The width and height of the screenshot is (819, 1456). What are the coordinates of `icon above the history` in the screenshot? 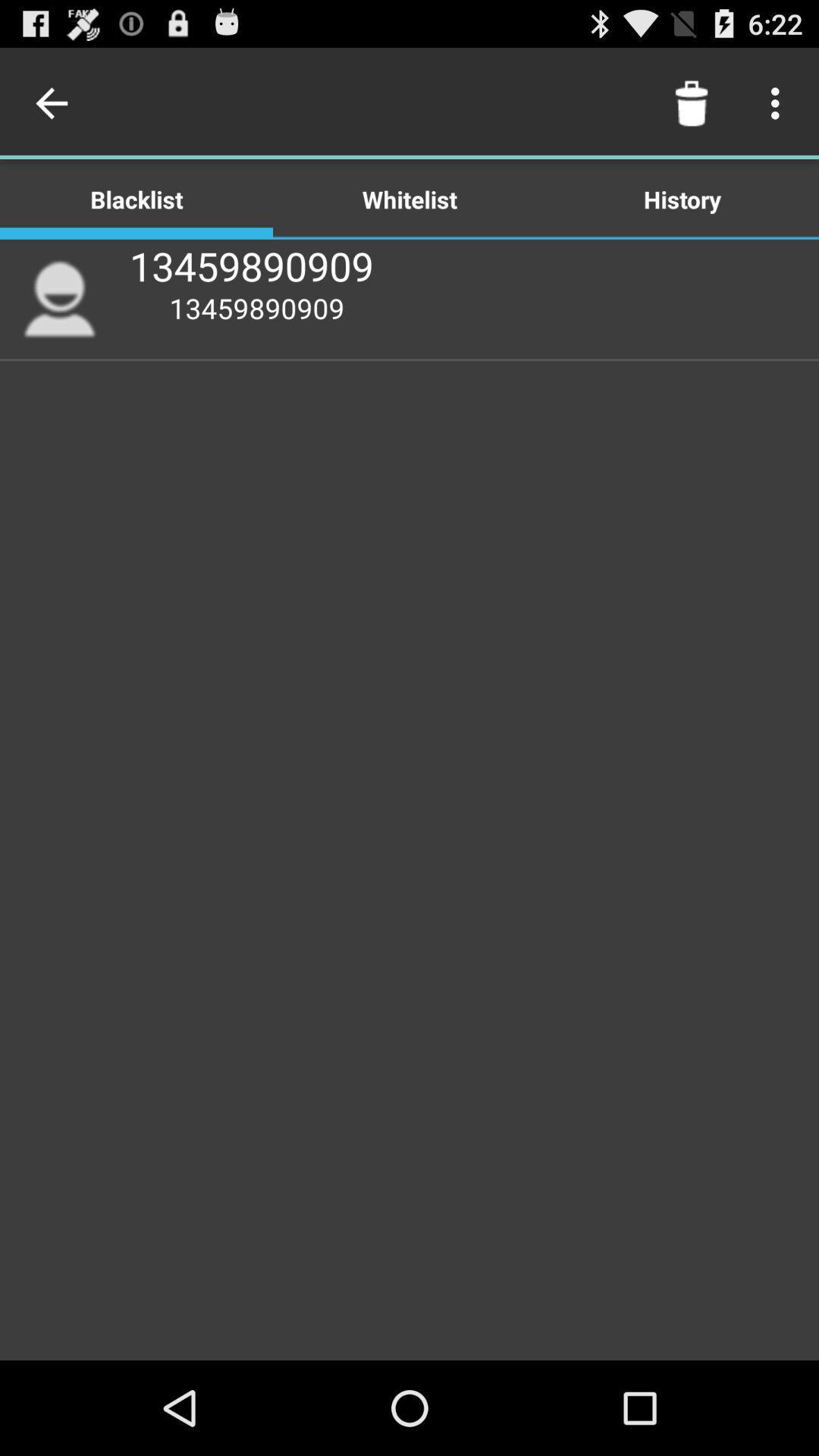 It's located at (691, 102).